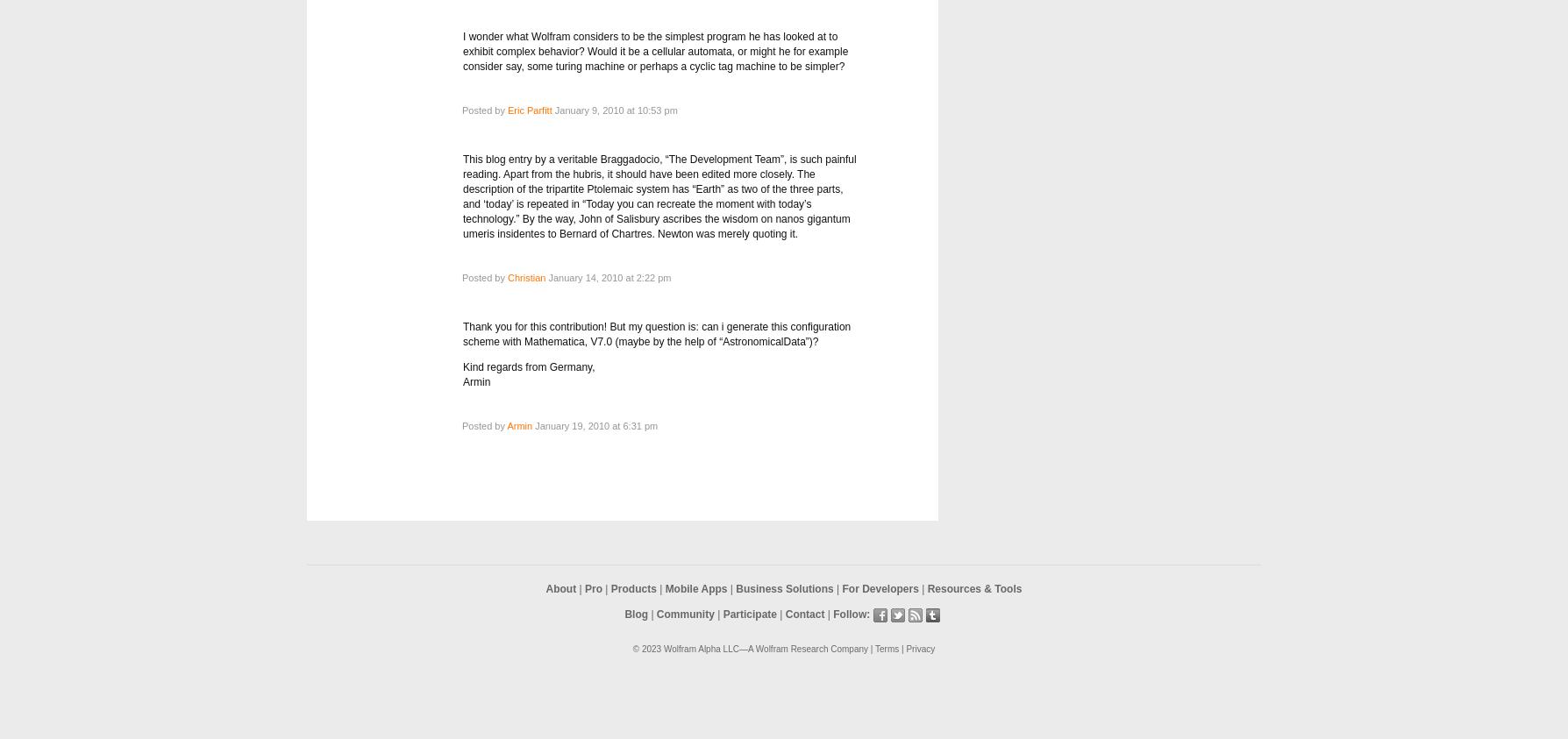 The height and width of the screenshot is (739, 1568). Describe the element at coordinates (631, 588) in the screenshot. I see `'Products'` at that location.